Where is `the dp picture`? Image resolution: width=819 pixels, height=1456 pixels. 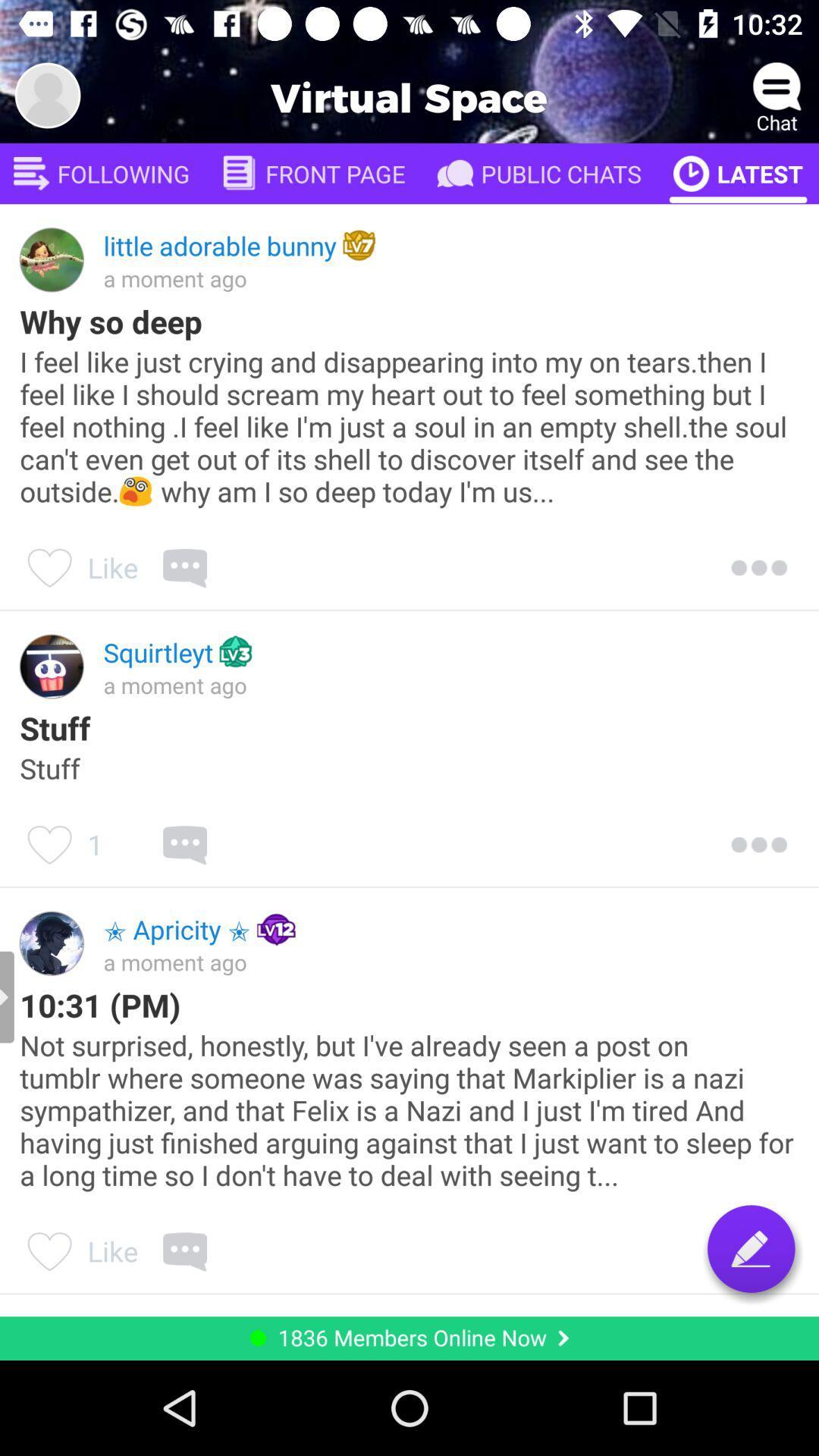
the dp picture is located at coordinates (46, 94).